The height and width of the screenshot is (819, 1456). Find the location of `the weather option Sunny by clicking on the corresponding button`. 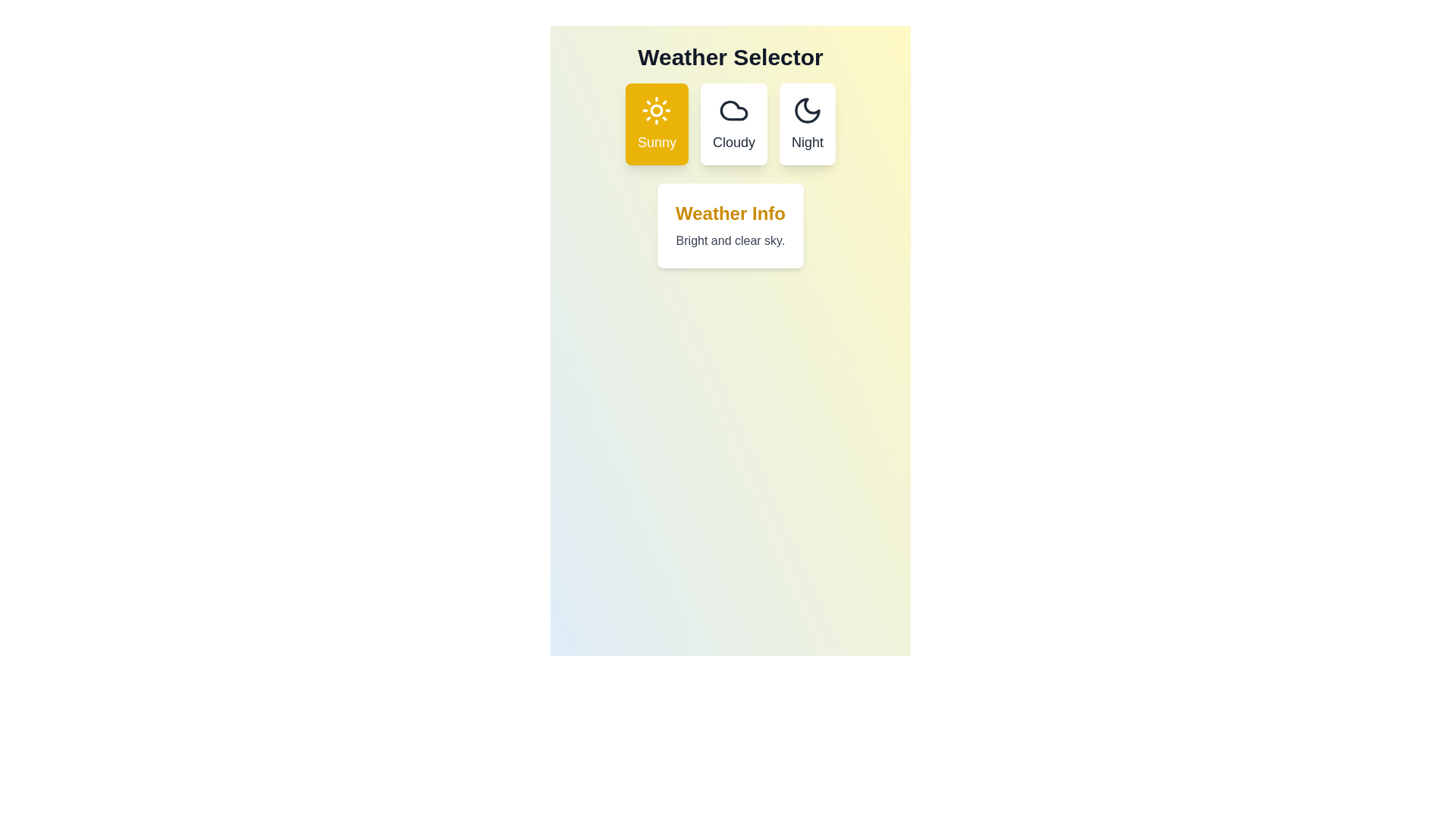

the weather option Sunny by clicking on the corresponding button is located at coordinates (656, 124).